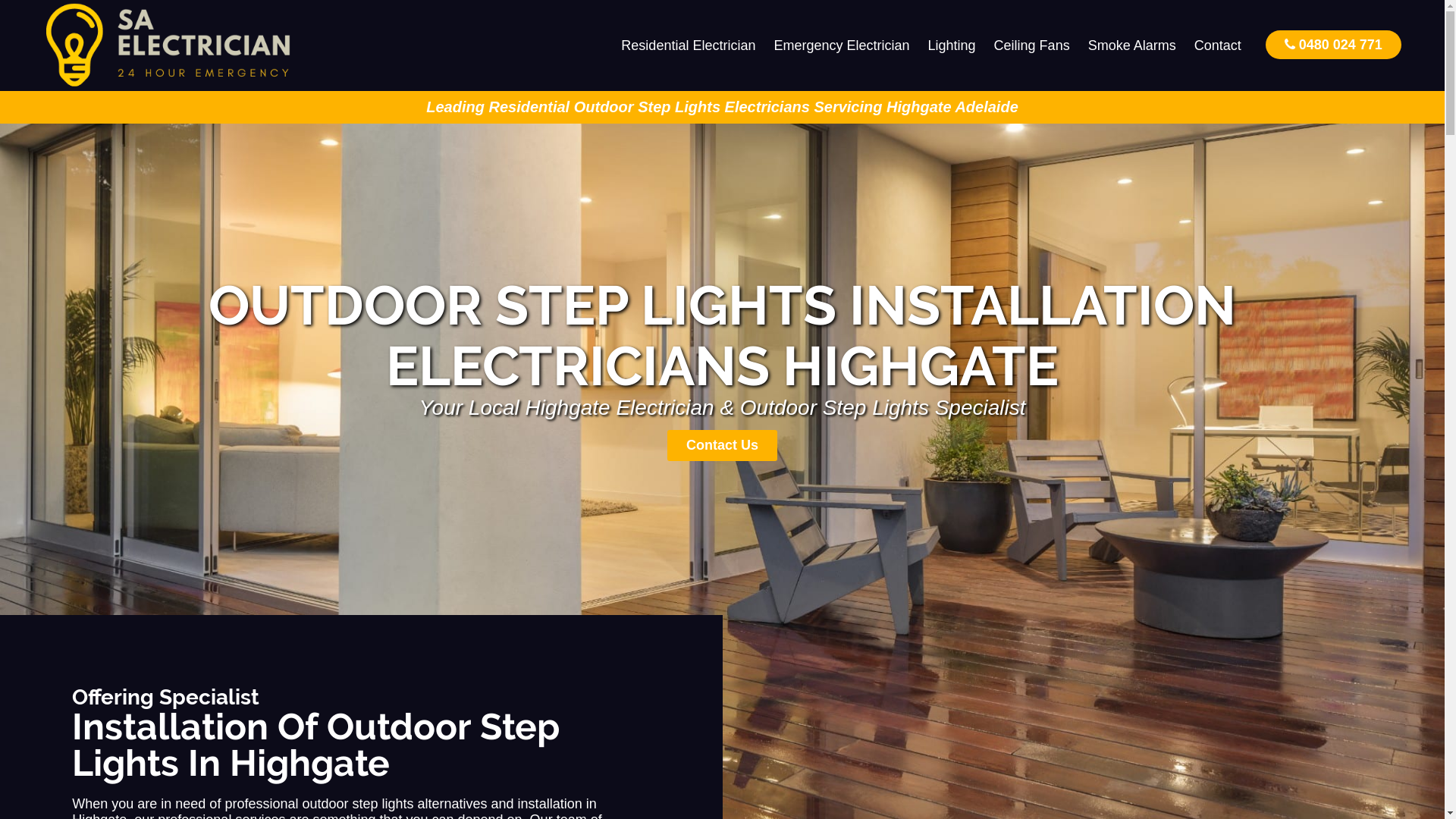 This screenshot has height=819, width=1456. I want to click on 'Lighting', so click(951, 45).